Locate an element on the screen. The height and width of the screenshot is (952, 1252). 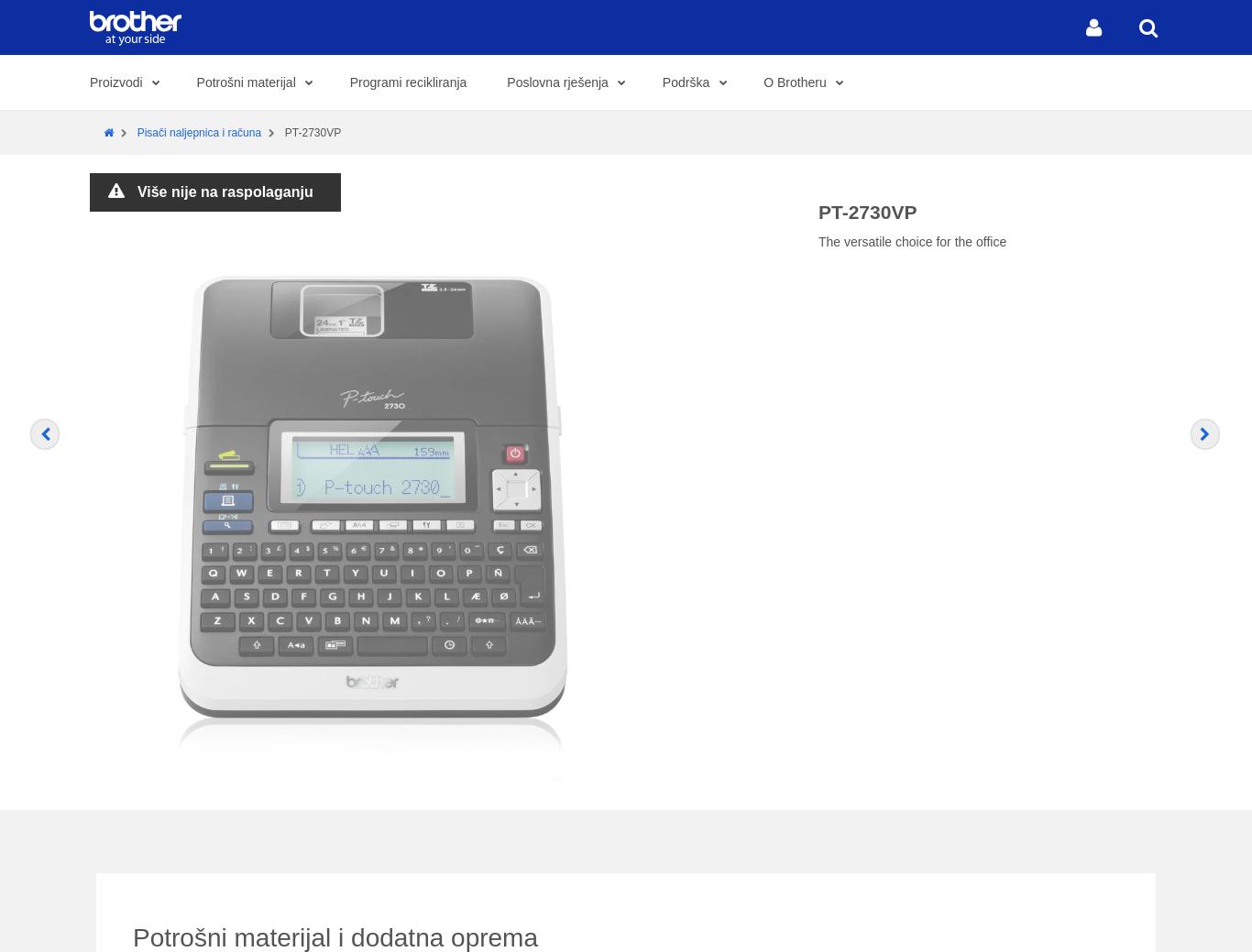
'Upute i priručnici' is located at coordinates (959, 890).